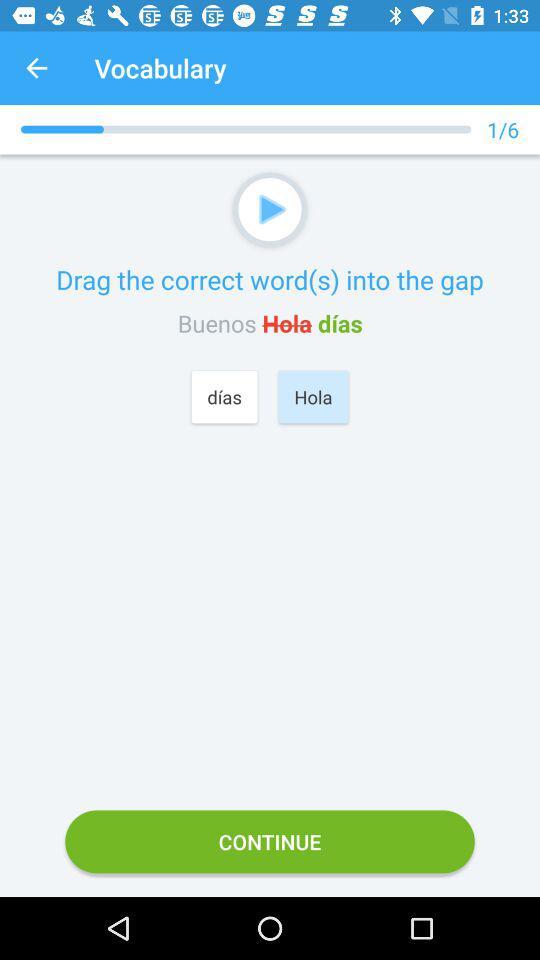 Image resolution: width=540 pixels, height=960 pixels. Describe the element at coordinates (36, 68) in the screenshot. I see `the item next to vocabulary icon` at that location.